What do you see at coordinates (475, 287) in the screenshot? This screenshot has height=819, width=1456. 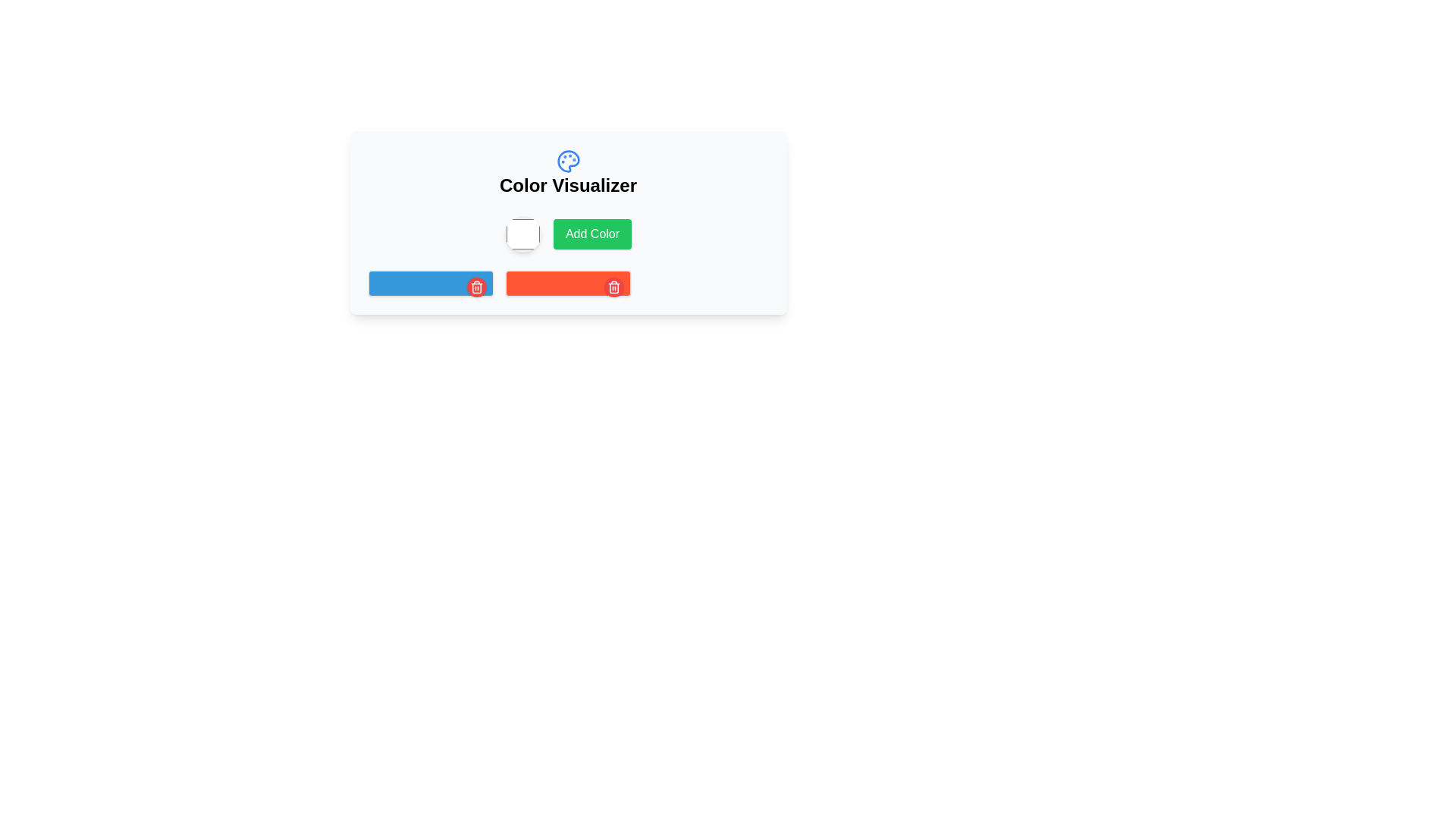 I see `the small circular delete button with a red background and a white trash can icon located at the top-right corner of the blue rectangular bar` at bounding box center [475, 287].